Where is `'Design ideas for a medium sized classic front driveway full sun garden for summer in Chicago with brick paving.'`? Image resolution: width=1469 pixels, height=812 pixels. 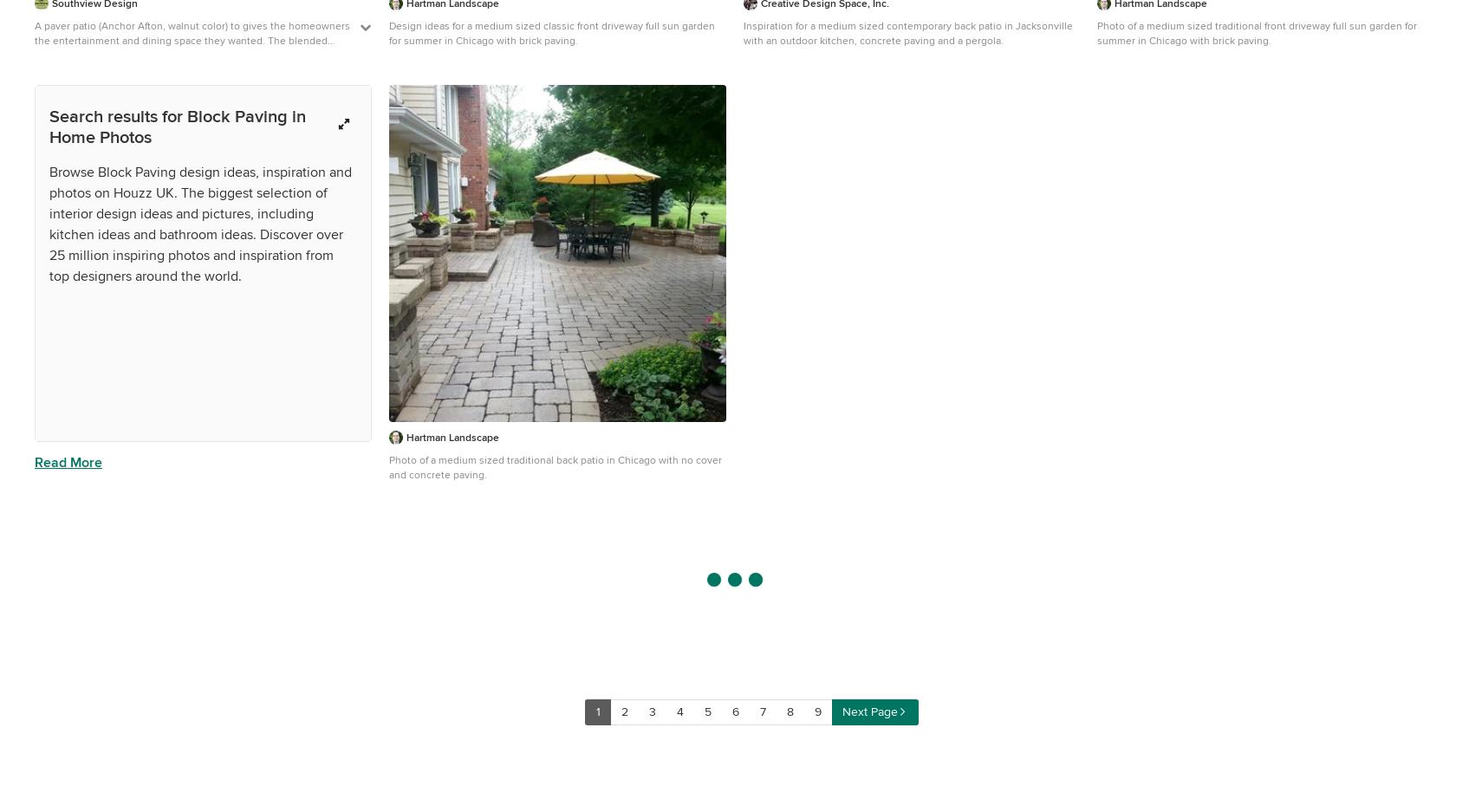
'Design ideas for a medium sized classic front driveway full sun garden for summer in Chicago with brick paving.' is located at coordinates (549, 33).